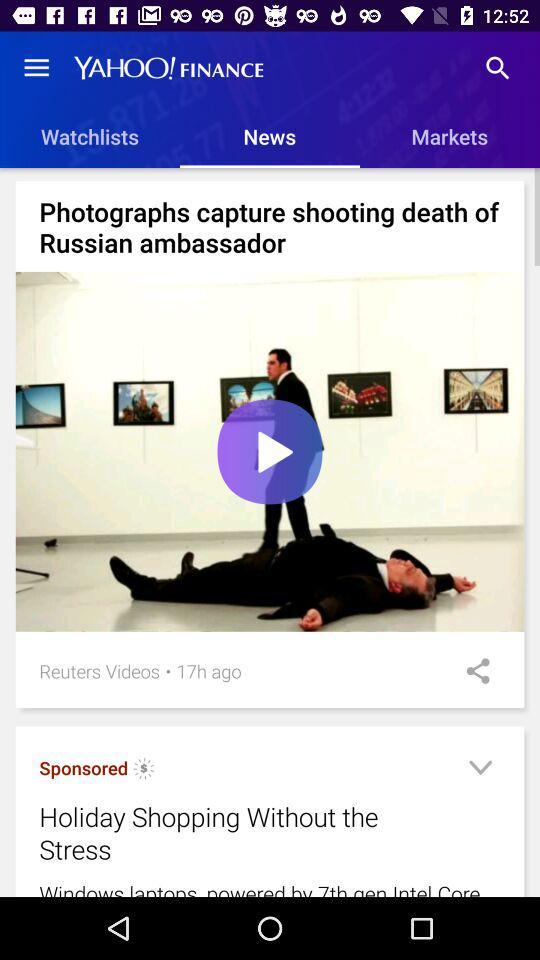 The width and height of the screenshot is (540, 960). I want to click on item above the watchlists, so click(36, 68).